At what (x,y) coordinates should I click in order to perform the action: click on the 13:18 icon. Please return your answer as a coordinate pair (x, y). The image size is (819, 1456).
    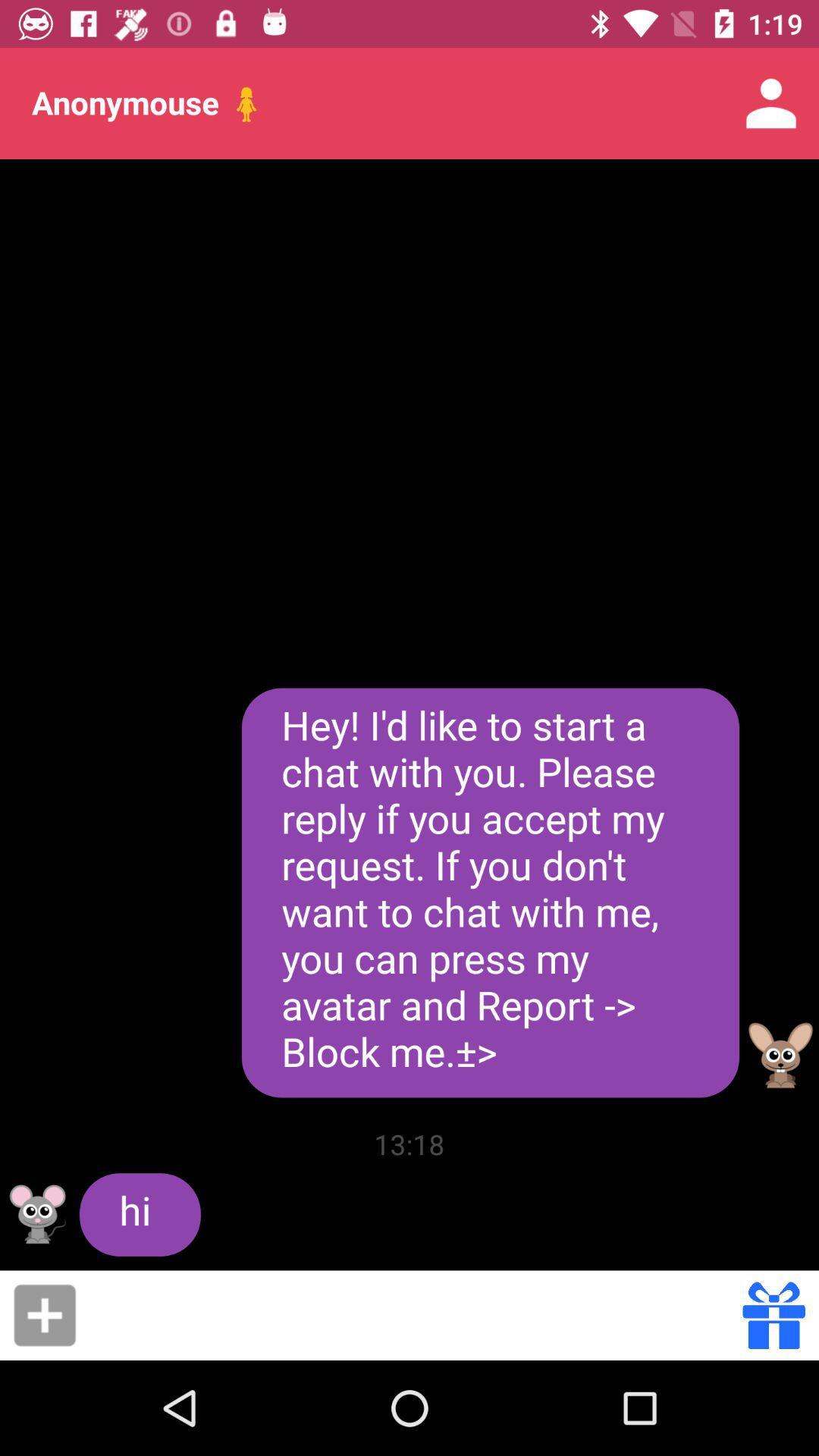
    Looking at the image, I should click on (409, 1144).